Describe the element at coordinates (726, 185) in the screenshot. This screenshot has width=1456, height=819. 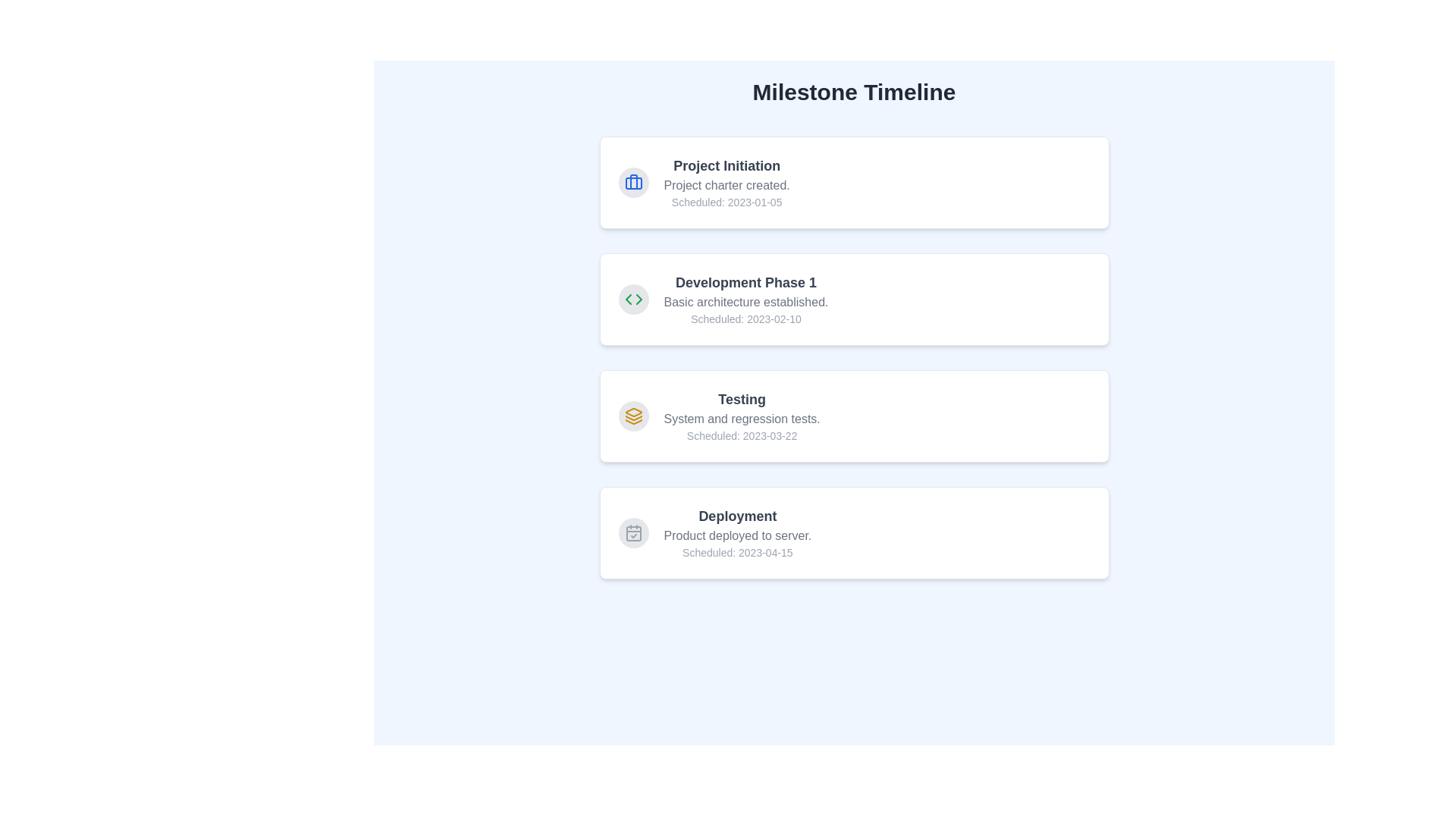
I see `the text label that reads 'Project charter created.' which is located beneath the header 'Project Initiation' within the topmost card layout` at that location.